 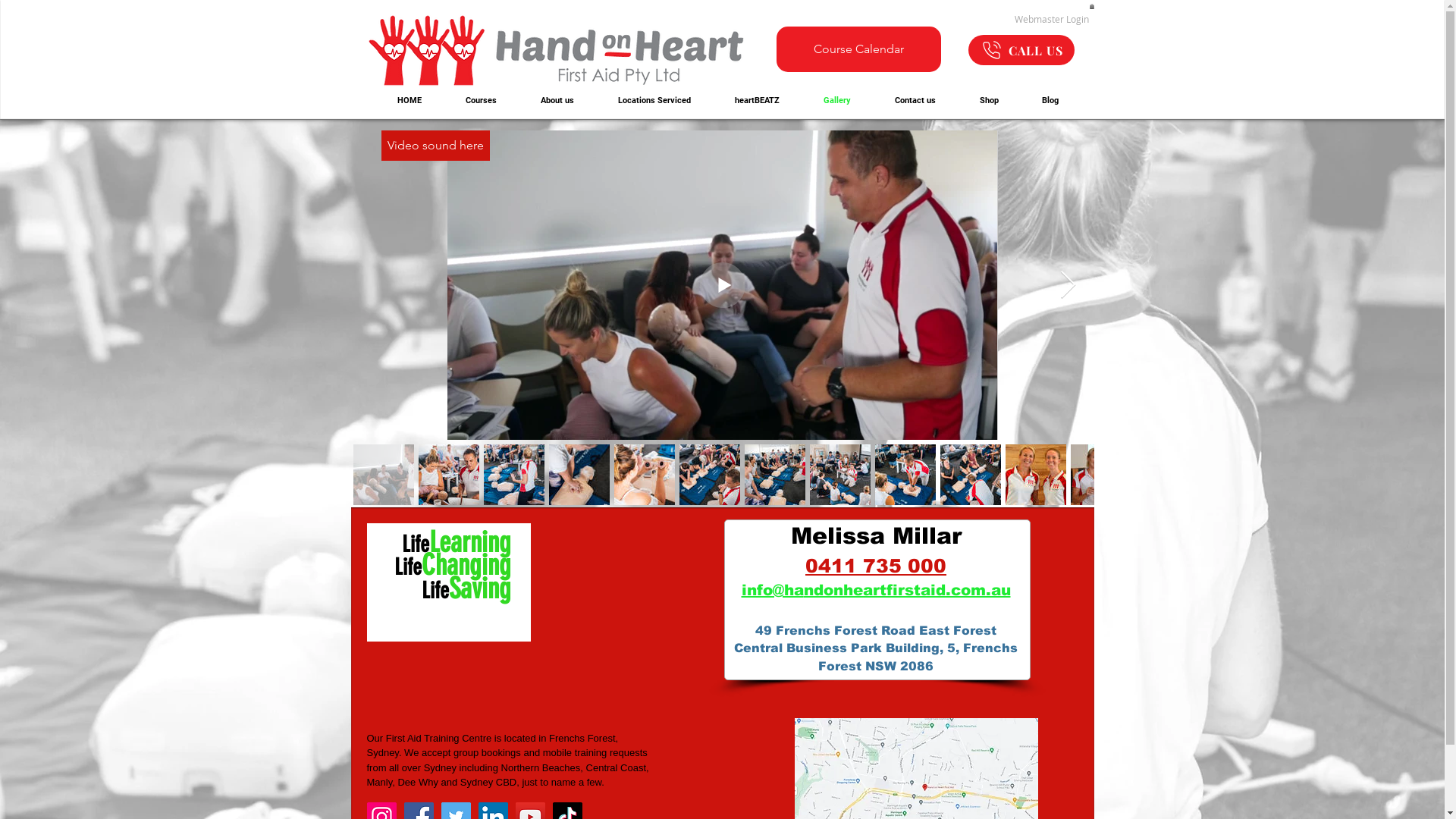 What do you see at coordinates (1020, 49) in the screenshot?
I see `'CALL US'` at bounding box center [1020, 49].